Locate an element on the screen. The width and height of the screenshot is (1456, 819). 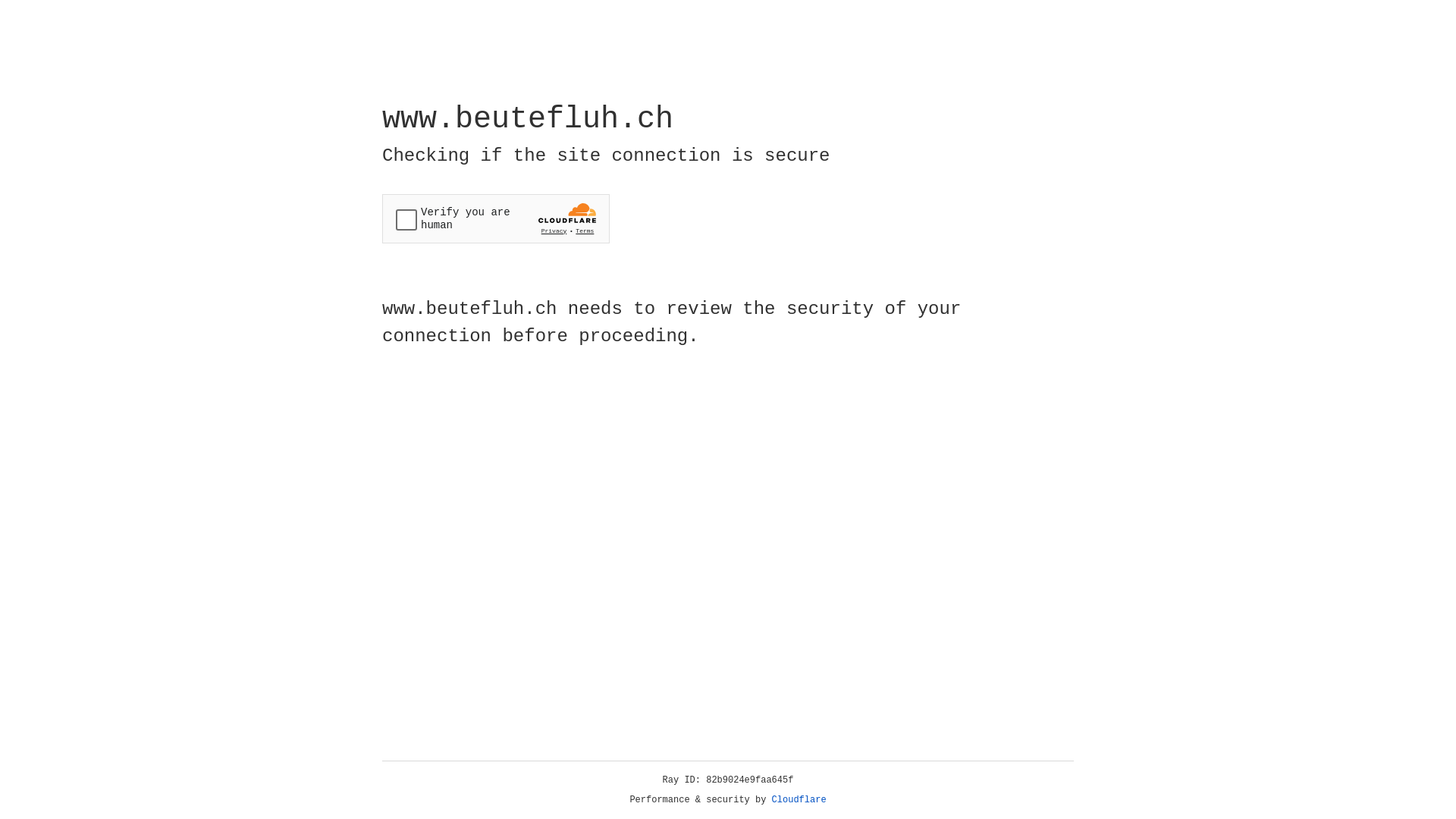
'Cloudflare' is located at coordinates (771, 799).